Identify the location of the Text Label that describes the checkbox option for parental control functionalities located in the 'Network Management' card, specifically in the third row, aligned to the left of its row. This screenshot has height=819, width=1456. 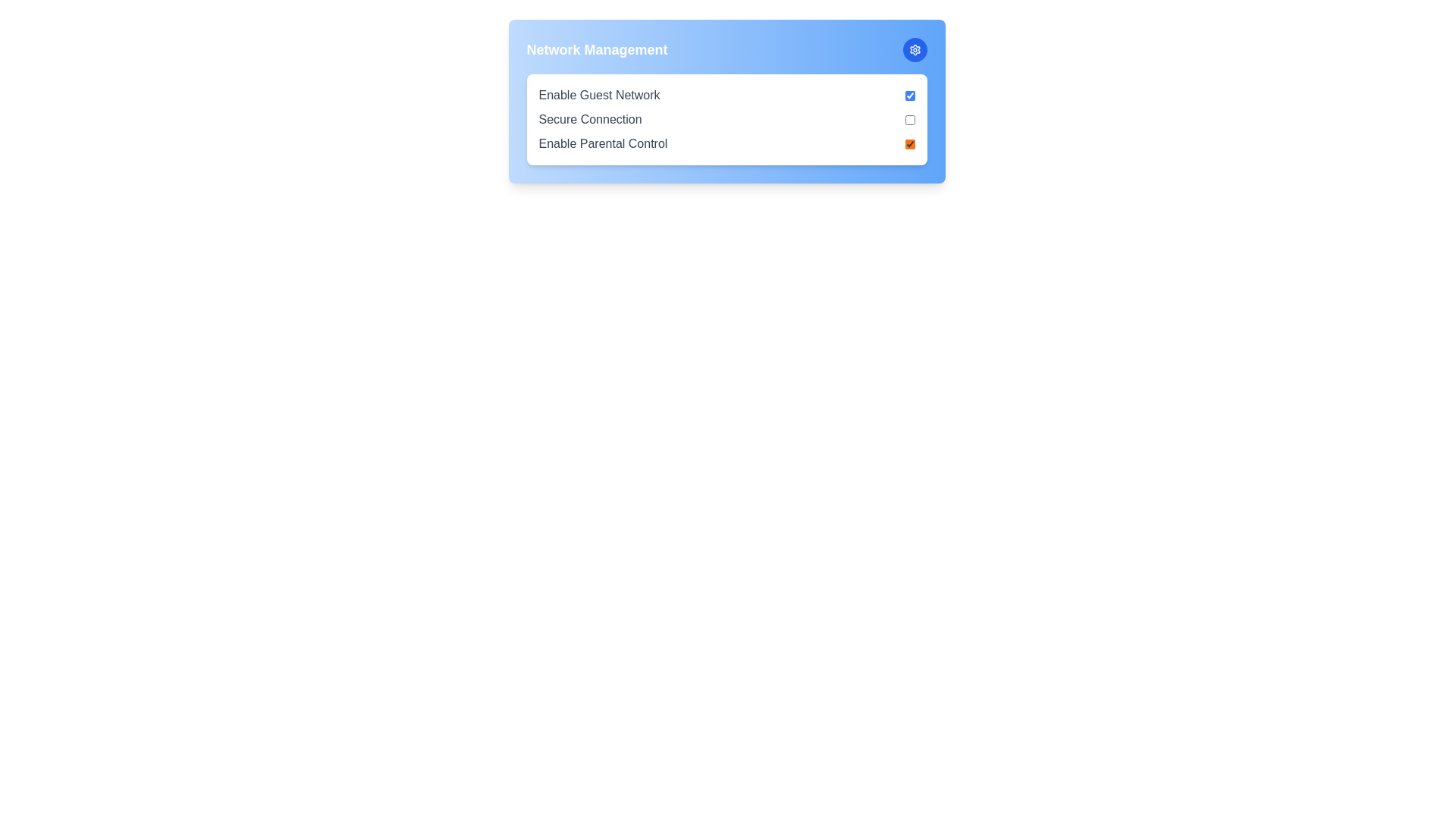
(602, 143).